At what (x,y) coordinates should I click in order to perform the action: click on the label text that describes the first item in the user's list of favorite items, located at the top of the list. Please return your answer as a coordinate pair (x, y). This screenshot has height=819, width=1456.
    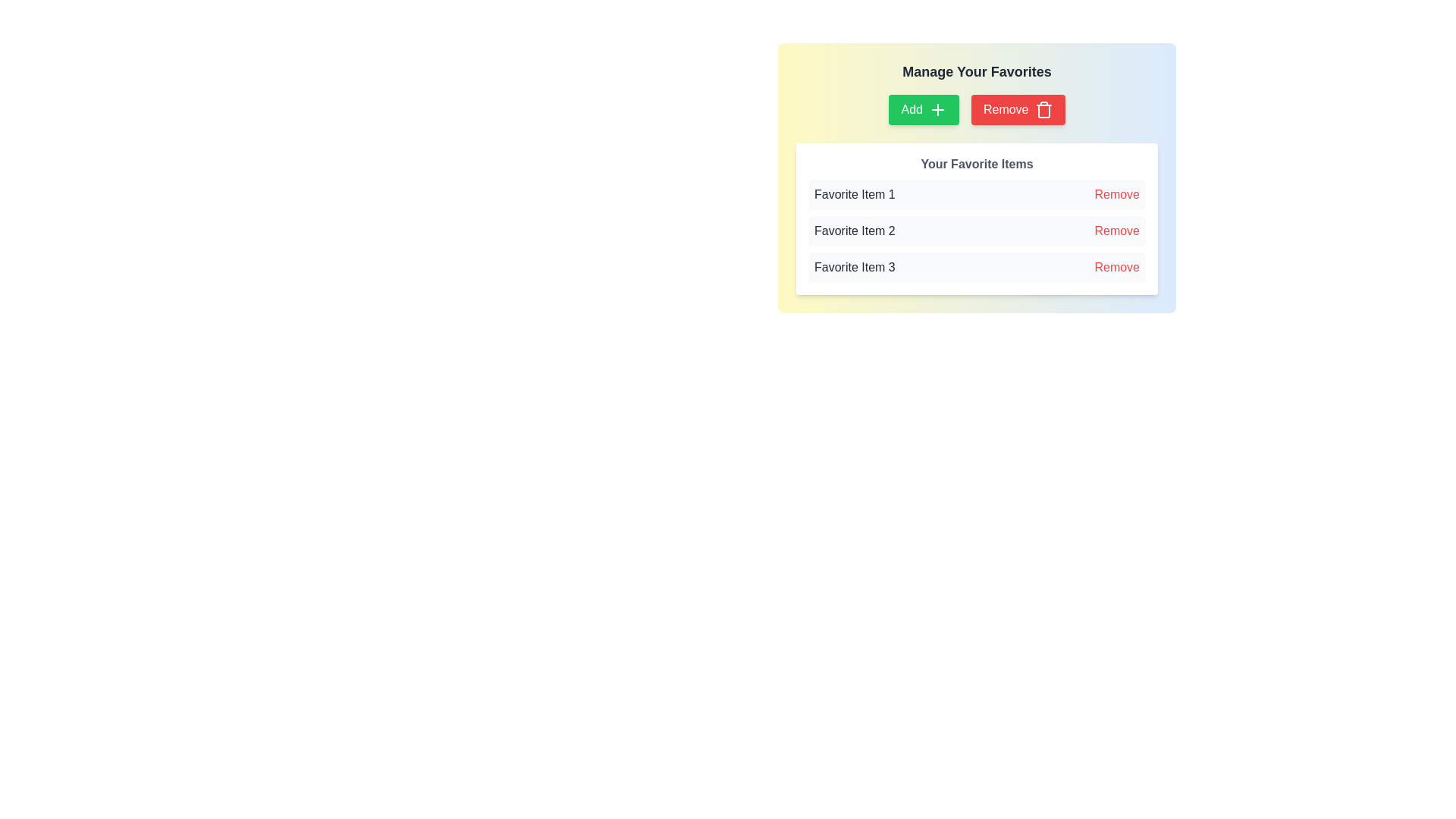
    Looking at the image, I should click on (855, 194).